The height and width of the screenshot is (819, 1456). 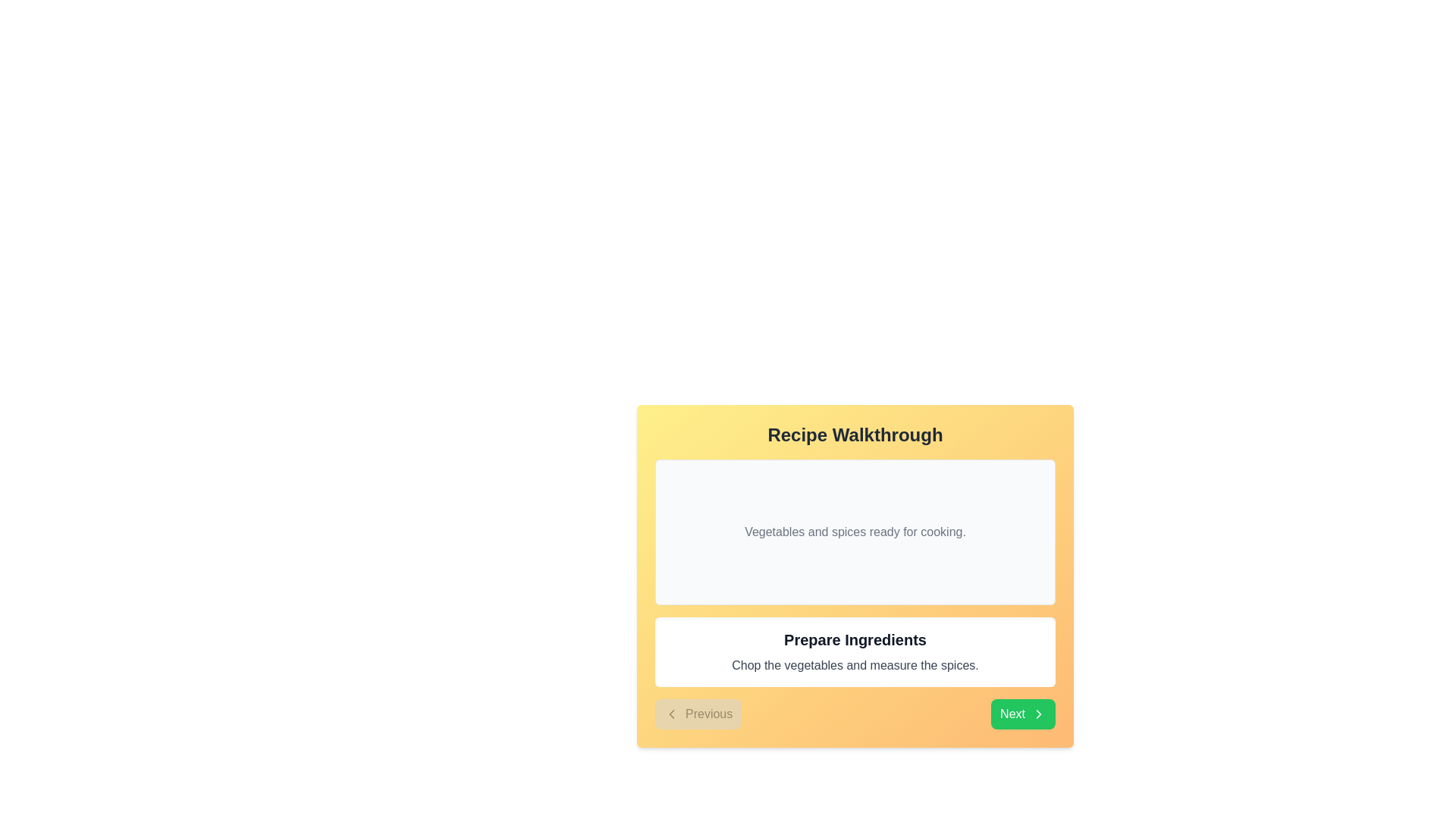 I want to click on the static informational text that provides instructions for the current step in the recipe walkthrough, located beneath the 'Prepare Ingredients' heading, so click(x=855, y=665).